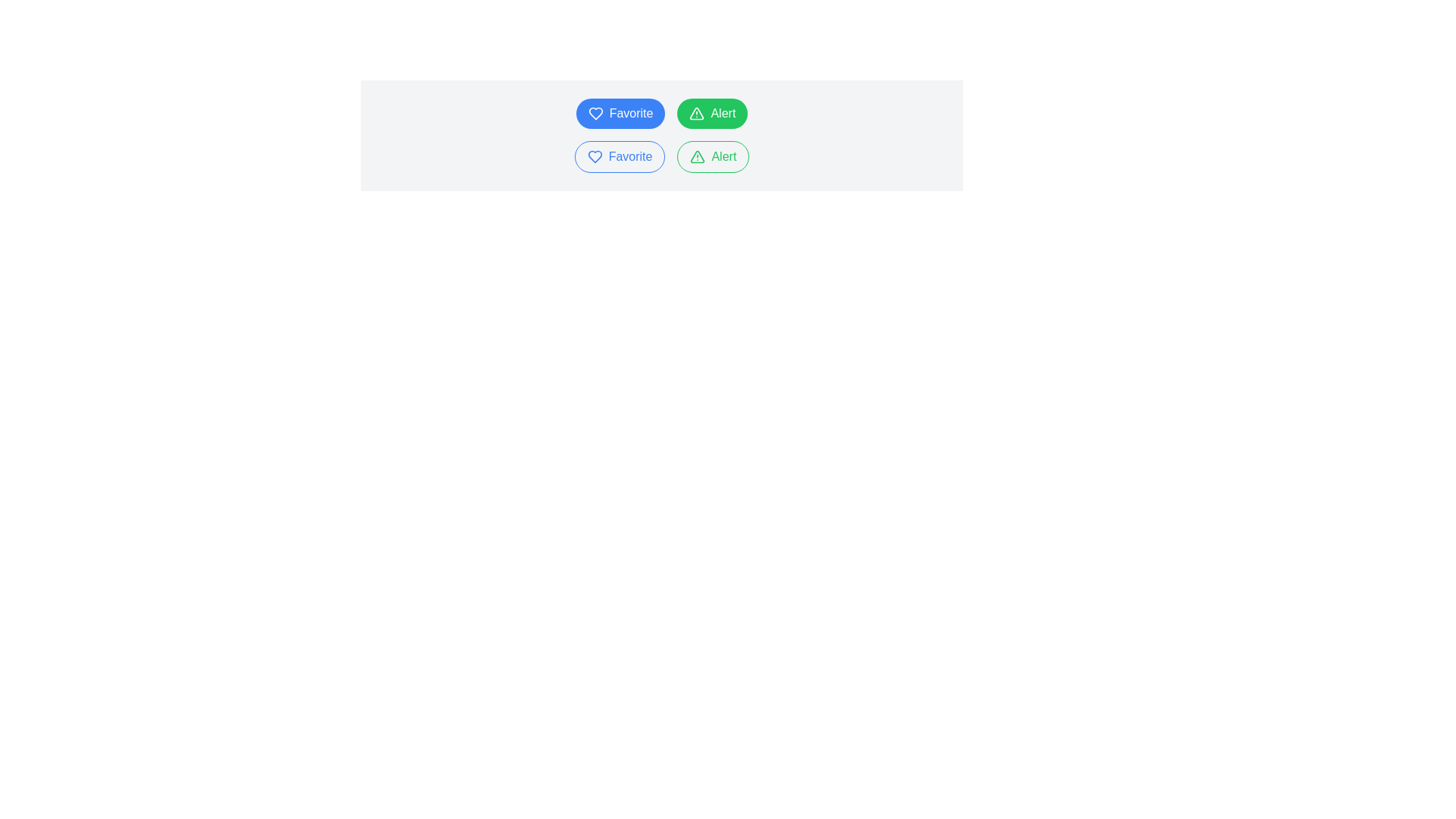 This screenshot has width=1456, height=819. I want to click on the 'Favorite' button, so click(620, 157).